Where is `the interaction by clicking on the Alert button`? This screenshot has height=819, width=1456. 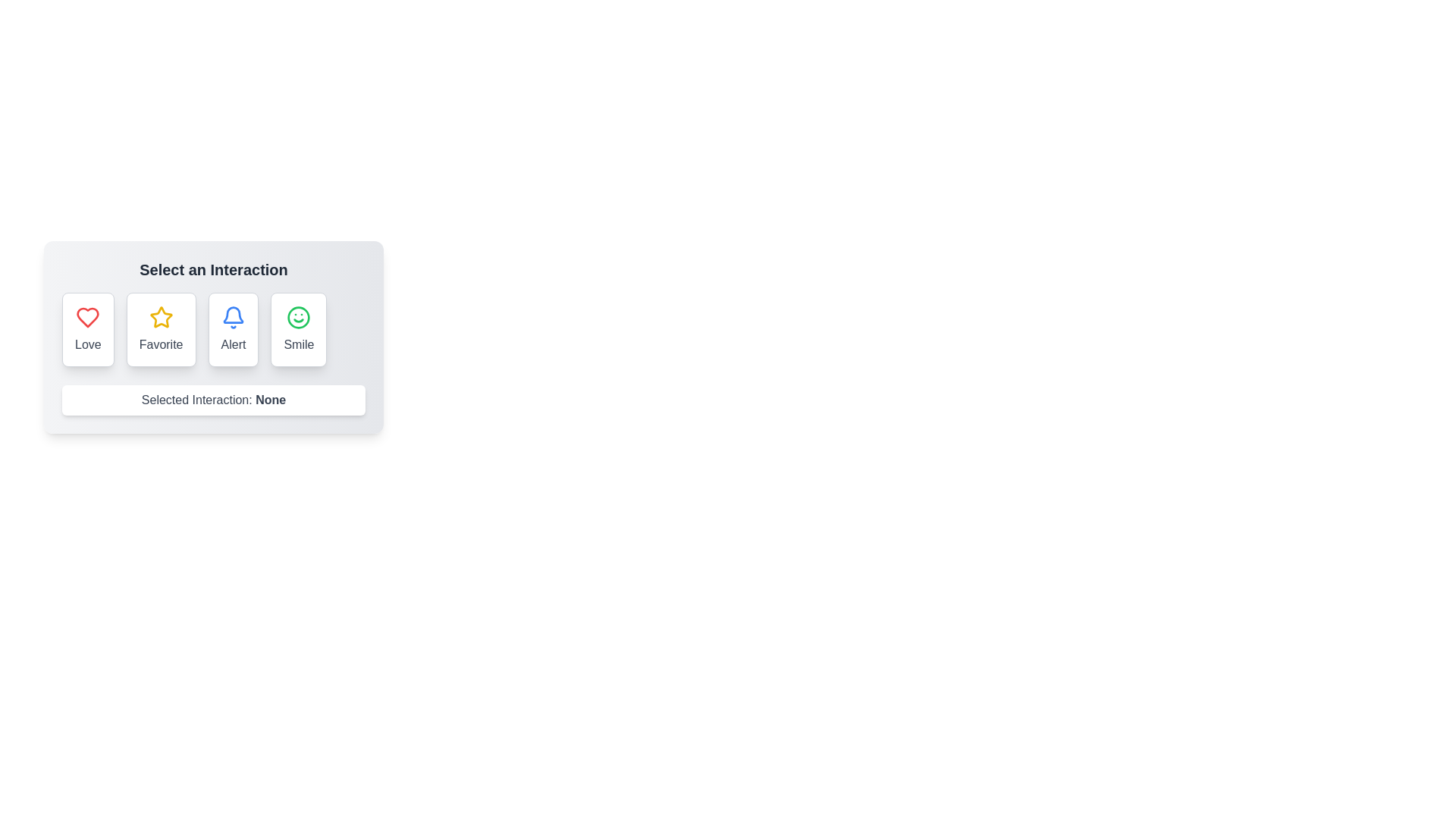
the interaction by clicking on the Alert button is located at coordinates (232, 329).